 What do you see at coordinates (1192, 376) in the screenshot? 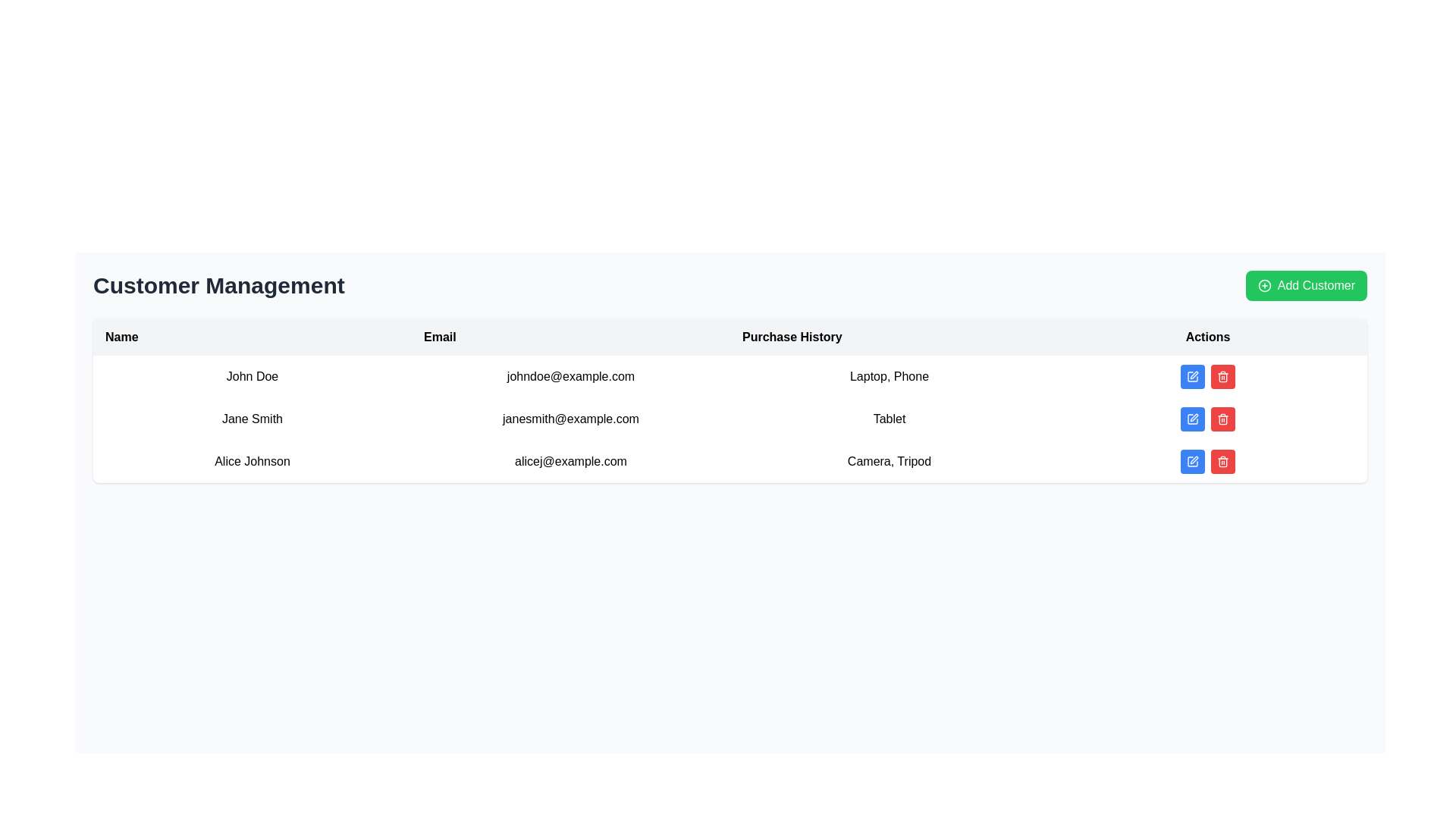
I see `the blue square-shaped edit icon with a white outline of a pen, located in the 'Actions' column on the first row aligned with user 'John Doe'` at bounding box center [1192, 376].